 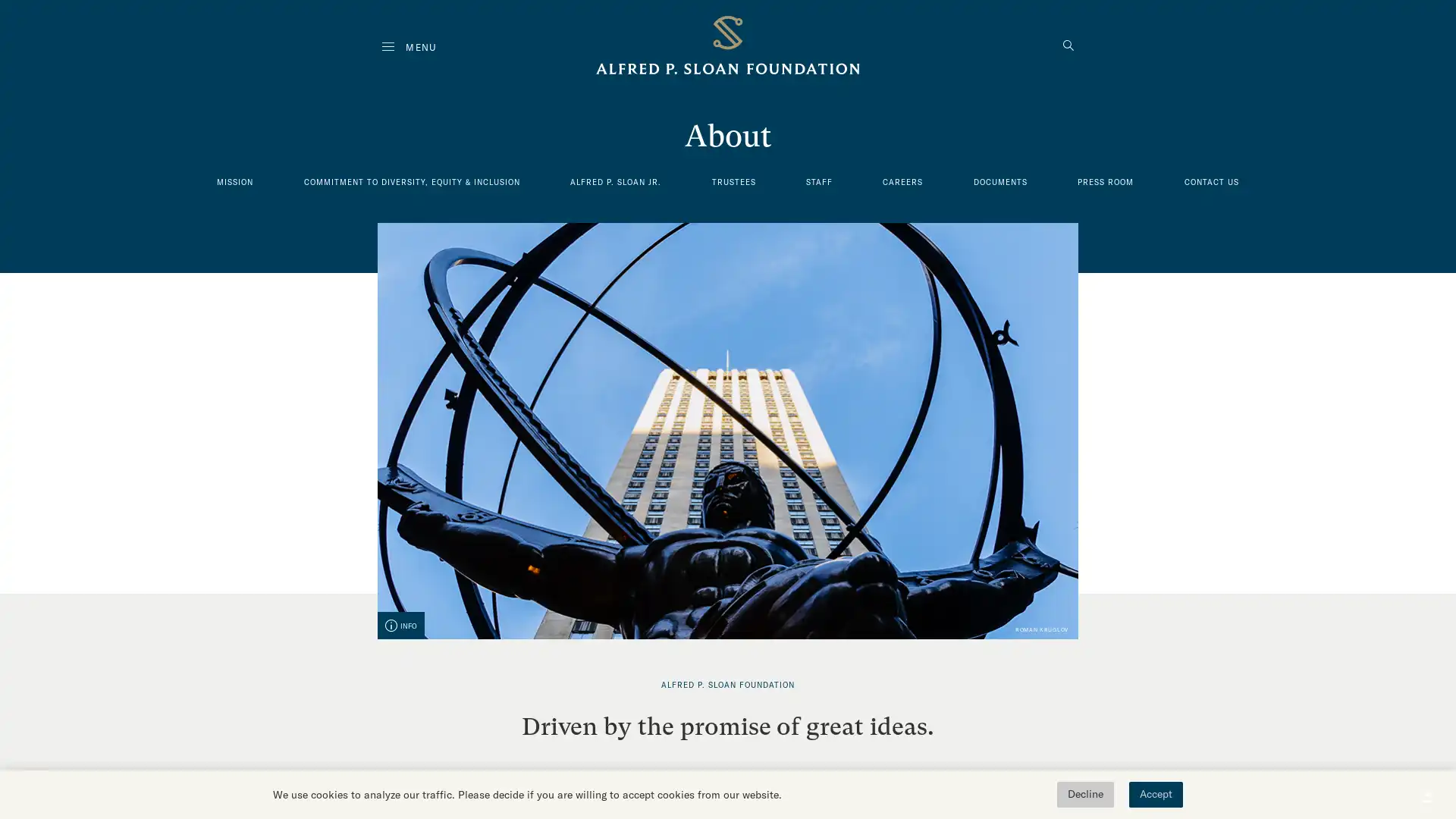 What do you see at coordinates (1084, 794) in the screenshot?
I see `Decline` at bounding box center [1084, 794].